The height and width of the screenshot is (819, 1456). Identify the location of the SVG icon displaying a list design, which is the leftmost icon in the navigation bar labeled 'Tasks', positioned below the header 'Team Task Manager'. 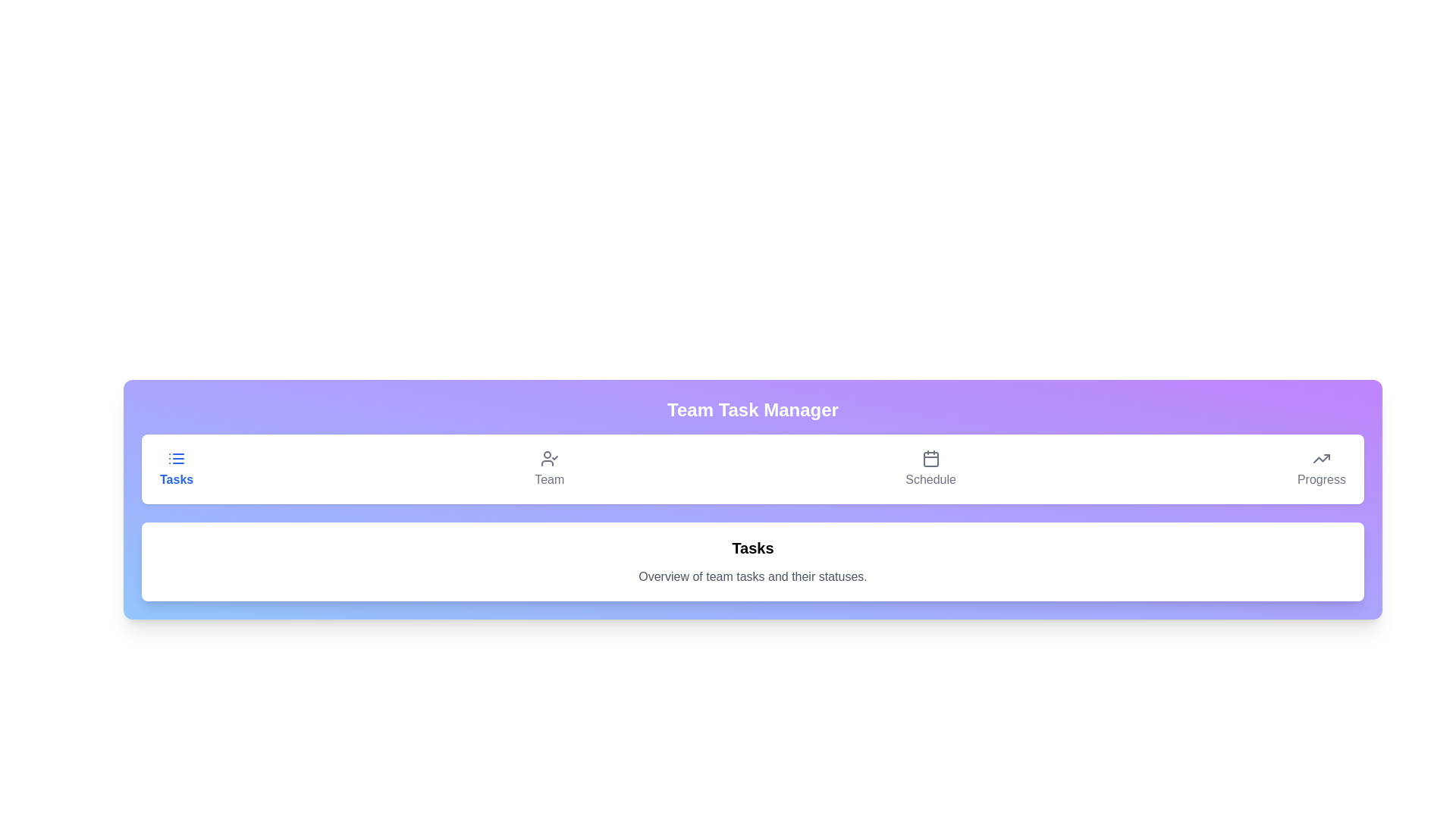
(177, 458).